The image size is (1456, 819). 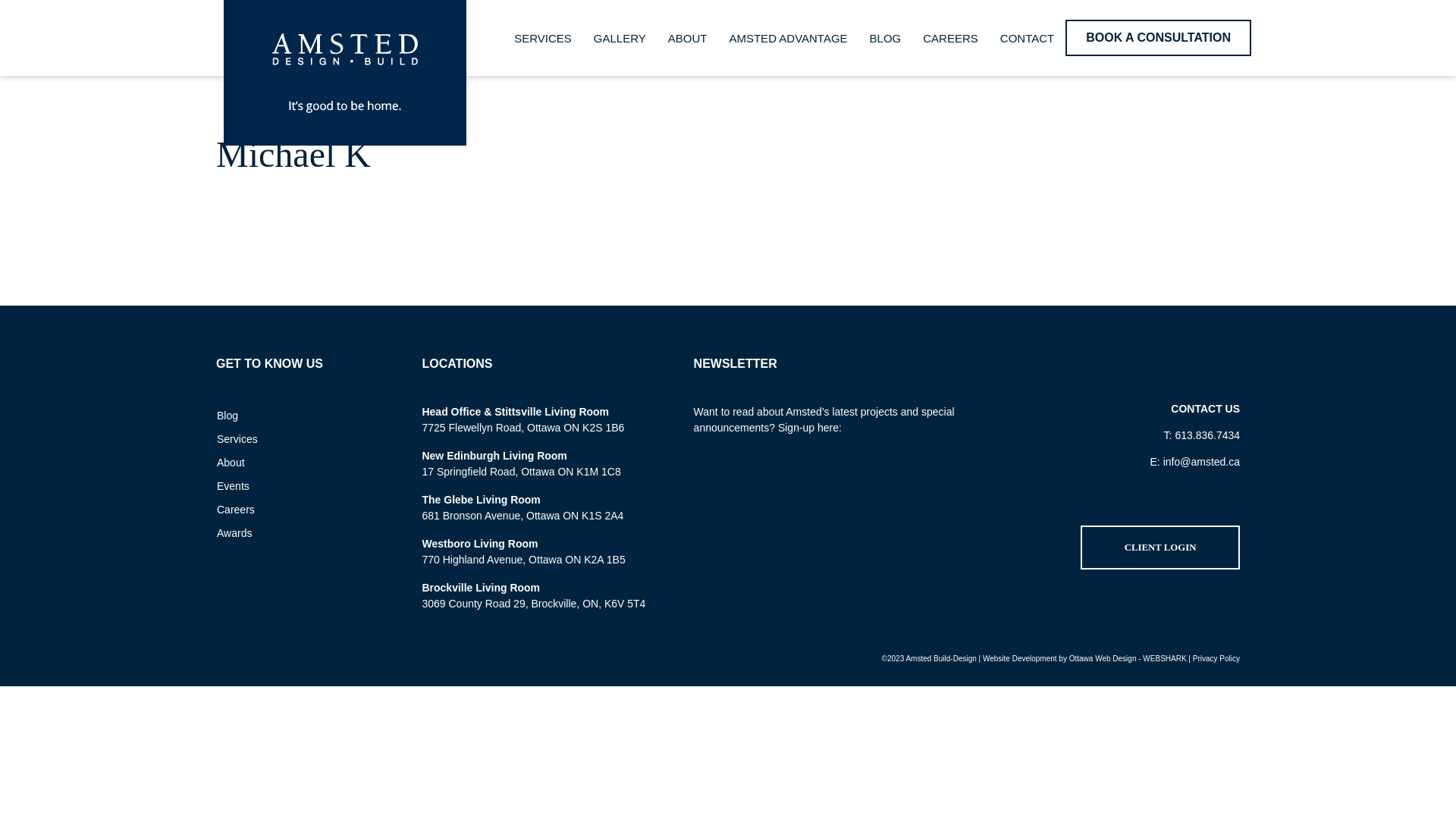 What do you see at coordinates (479, 587) in the screenshot?
I see `'Brockville Living Room'` at bounding box center [479, 587].